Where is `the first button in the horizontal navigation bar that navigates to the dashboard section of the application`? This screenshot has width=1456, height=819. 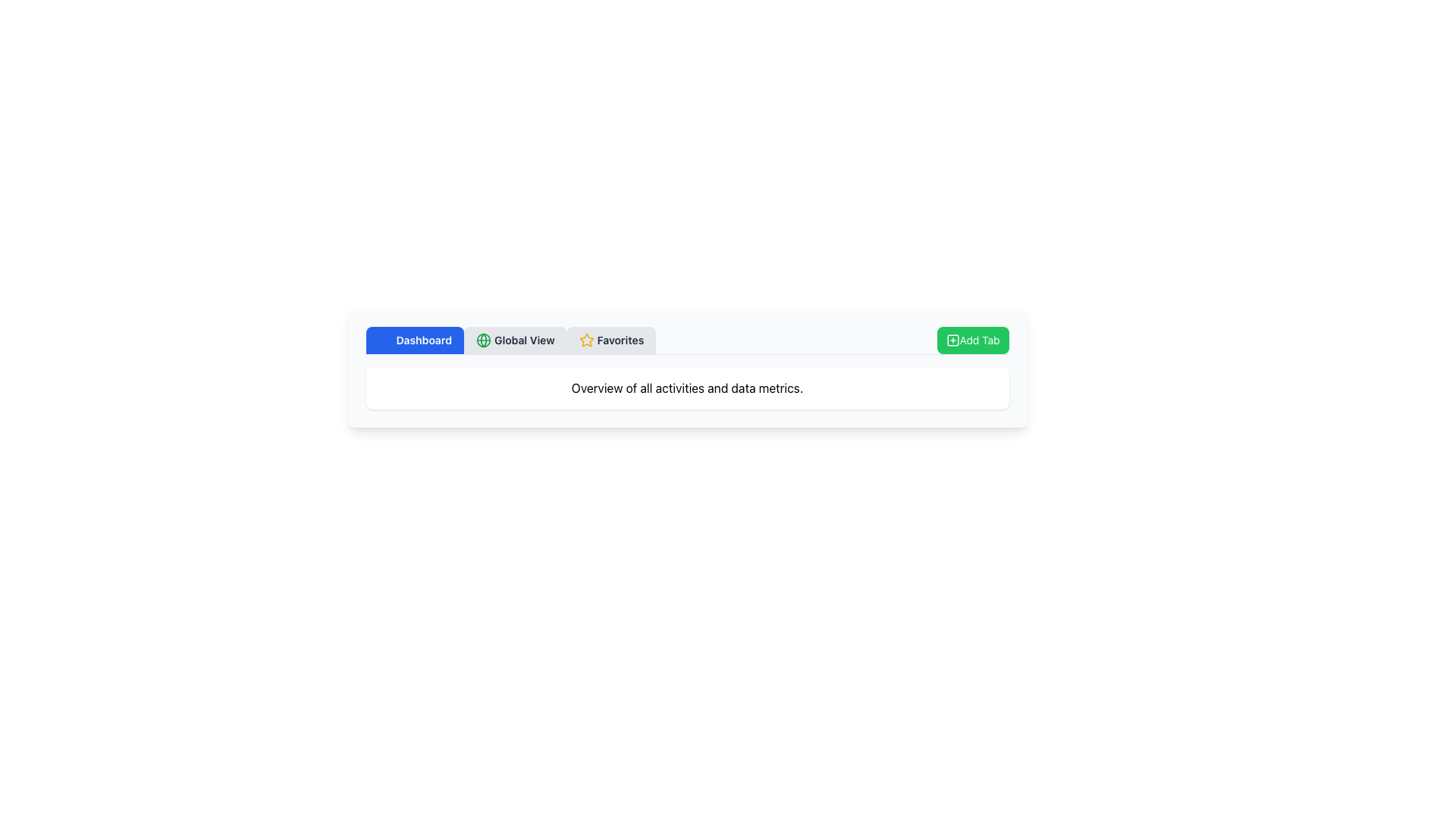
the first button in the horizontal navigation bar that navigates to the dashboard section of the application is located at coordinates (415, 339).